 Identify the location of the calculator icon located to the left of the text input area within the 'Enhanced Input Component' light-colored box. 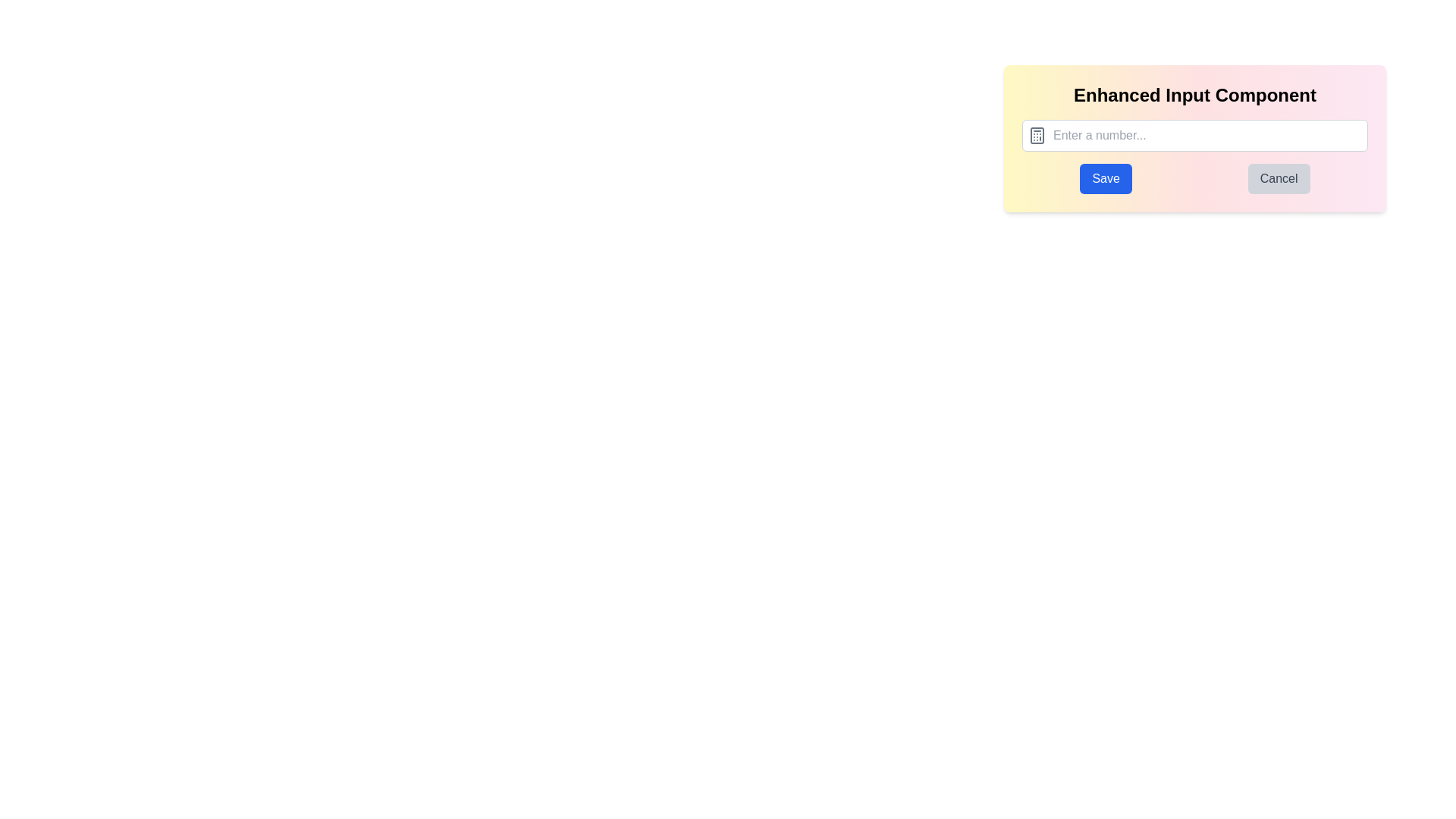
(1037, 134).